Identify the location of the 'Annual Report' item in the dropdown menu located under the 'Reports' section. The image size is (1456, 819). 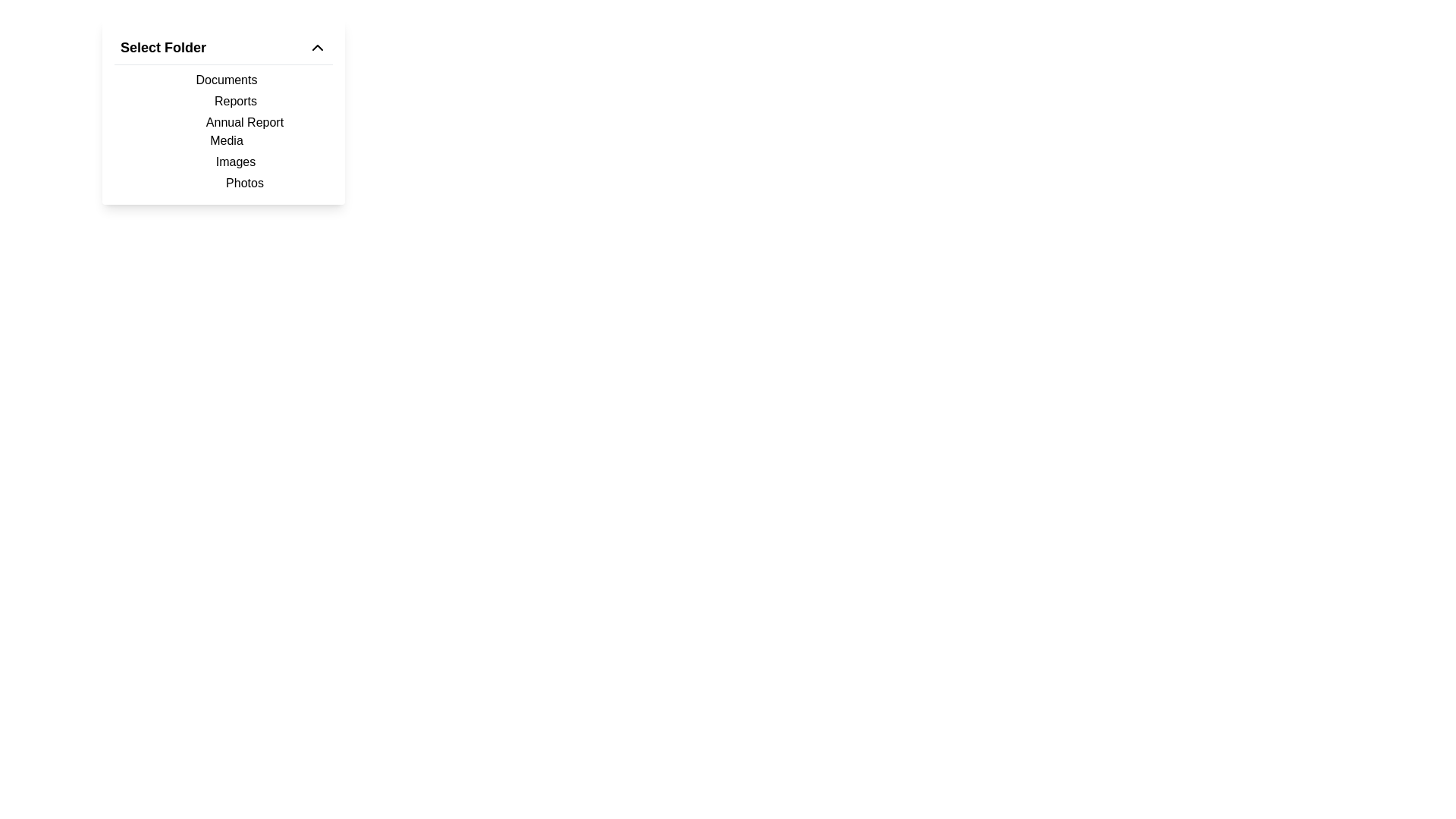
(244, 122).